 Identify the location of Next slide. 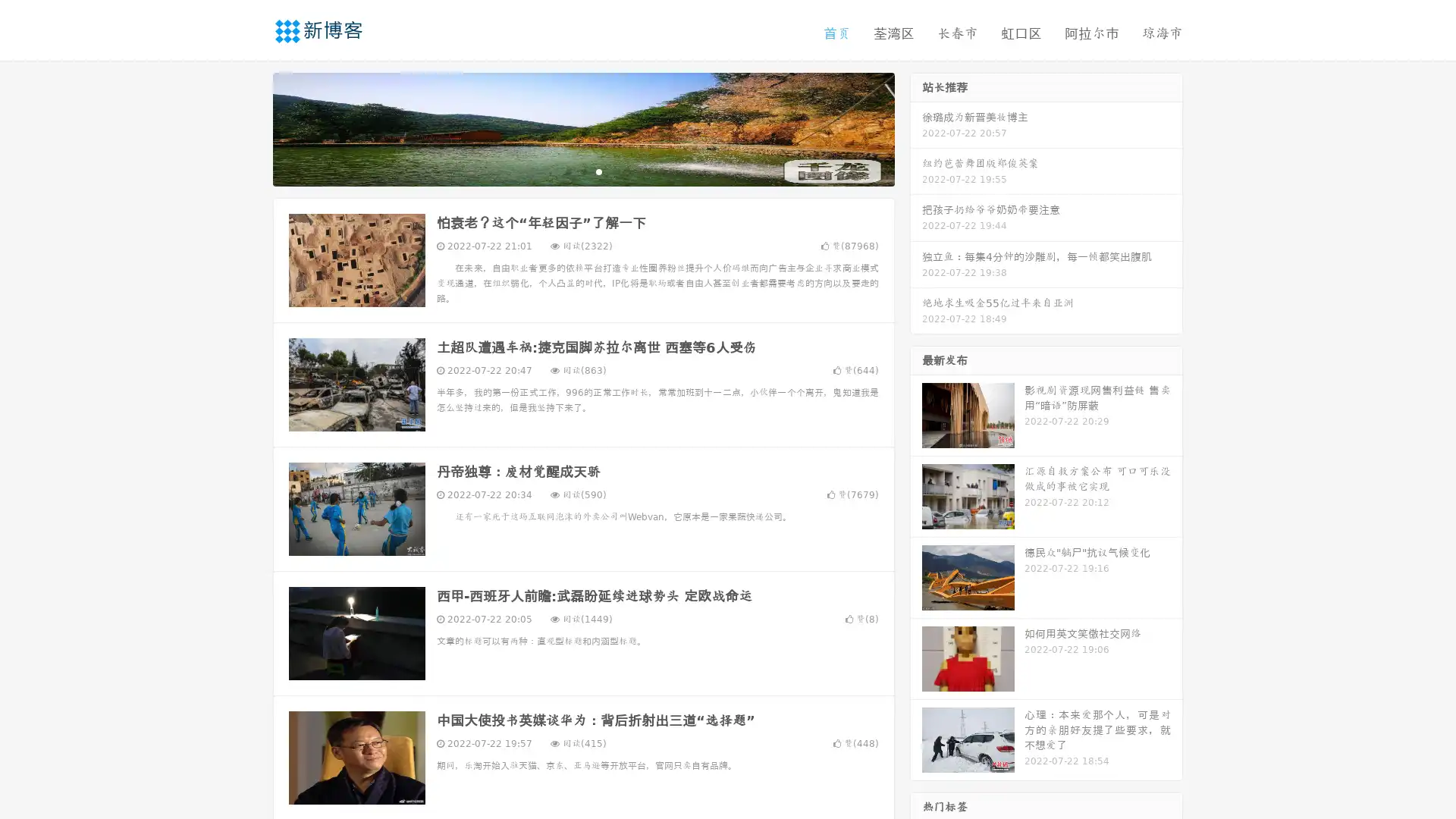
(916, 127).